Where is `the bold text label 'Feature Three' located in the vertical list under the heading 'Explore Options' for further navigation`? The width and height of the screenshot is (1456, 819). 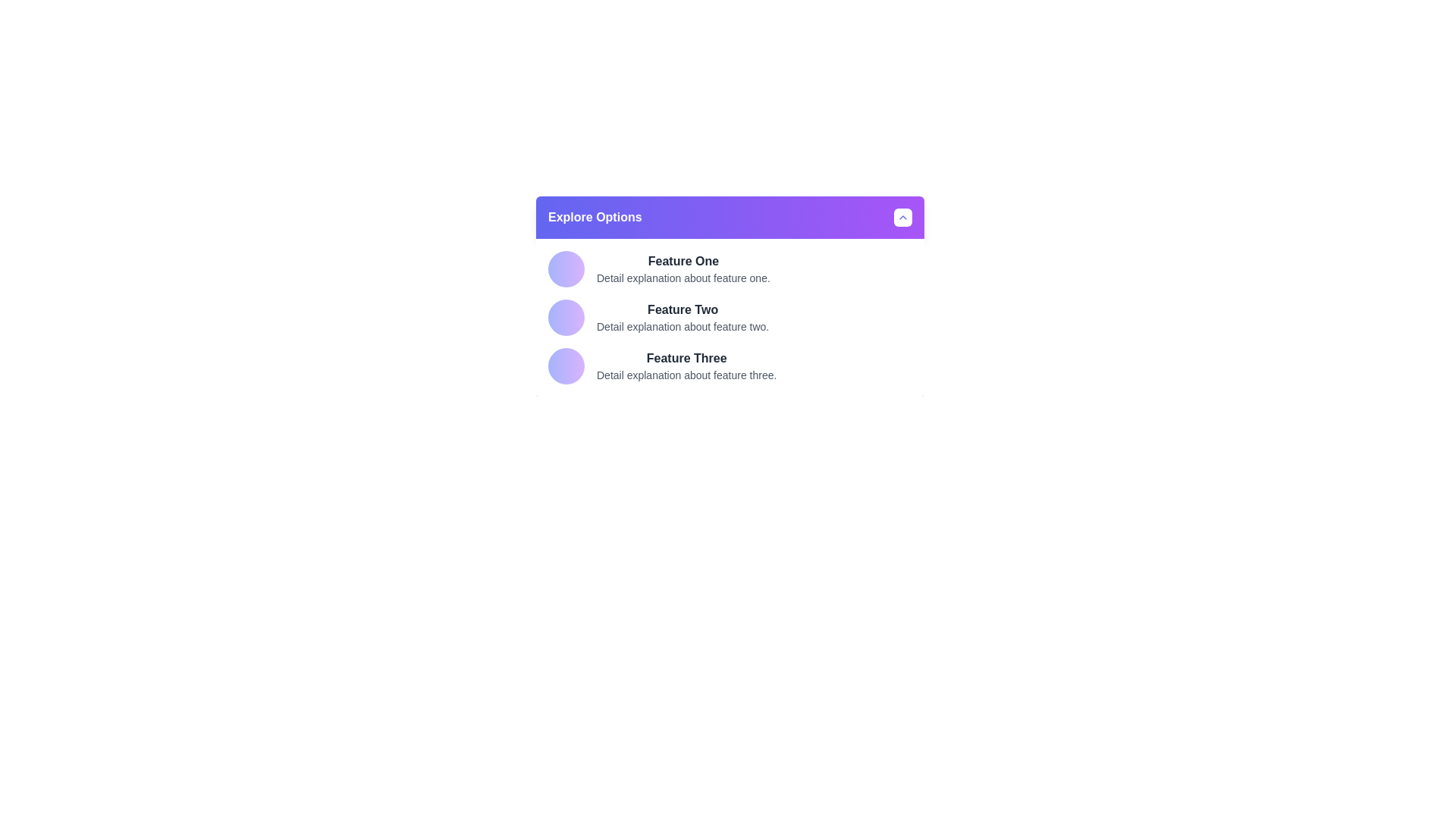
the bold text label 'Feature Three' located in the vertical list under the heading 'Explore Options' for further navigation is located at coordinates (686, 359).